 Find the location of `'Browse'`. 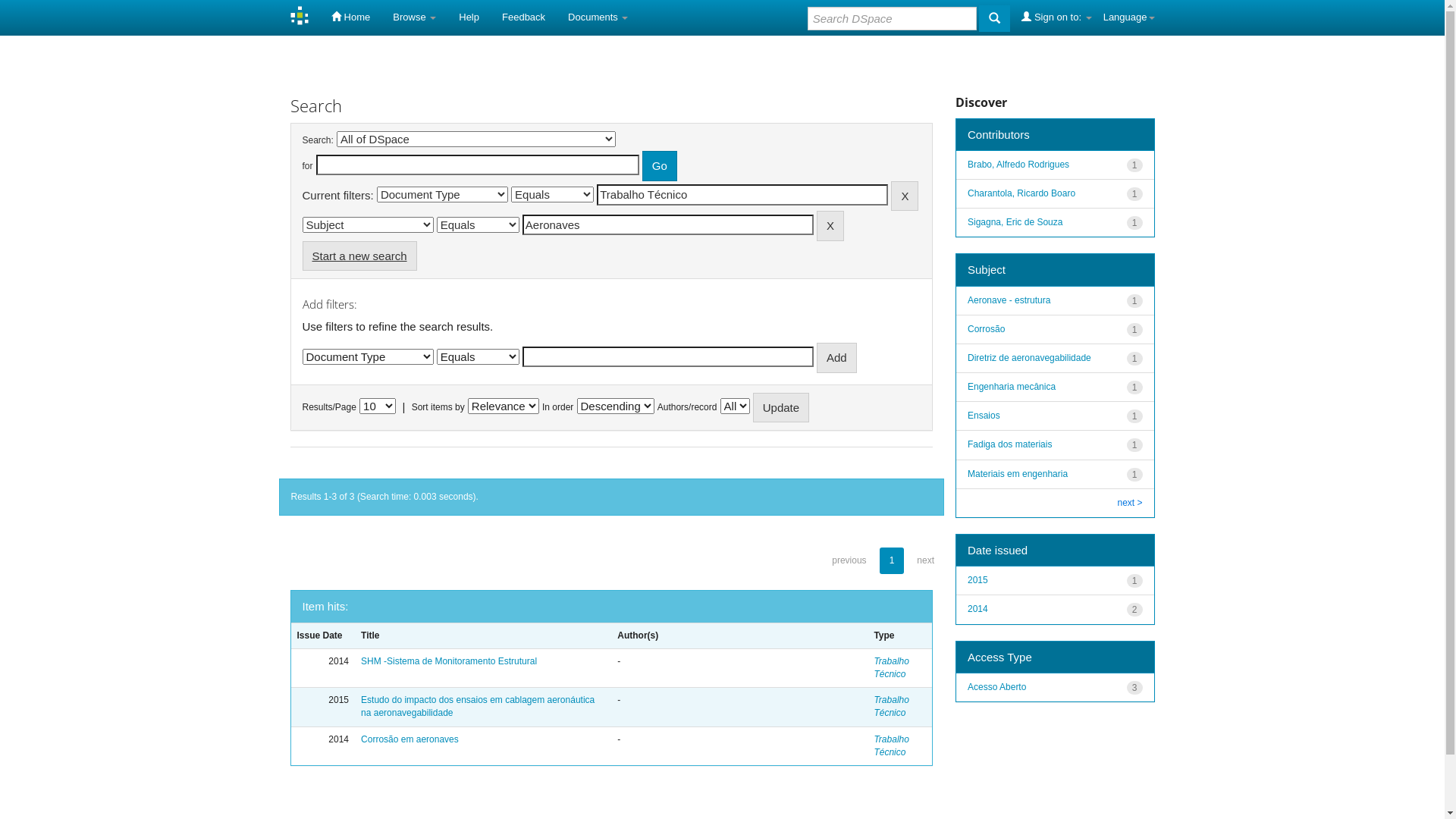

'Browse' is located at coordinates (414, 17).